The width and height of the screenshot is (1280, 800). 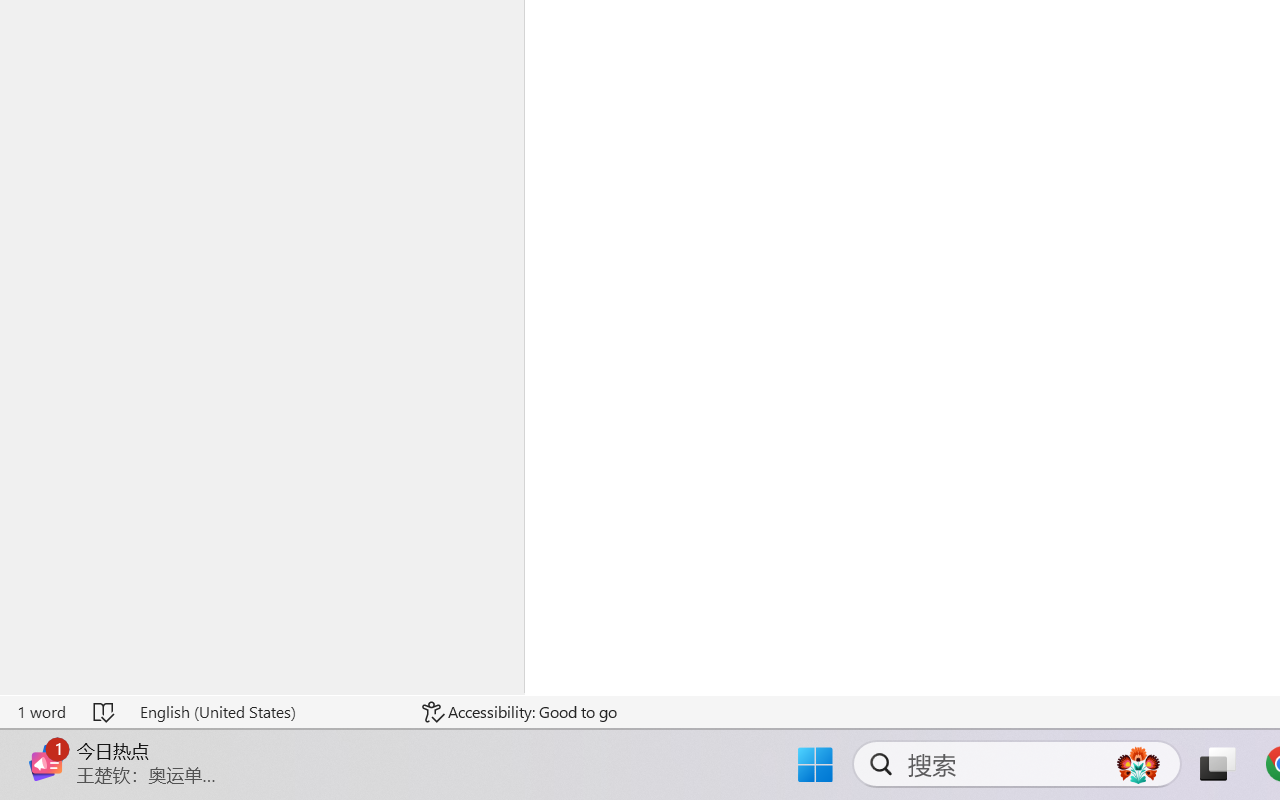 I want to click on 'Word Count 1 word', so click(x=41, y=711).